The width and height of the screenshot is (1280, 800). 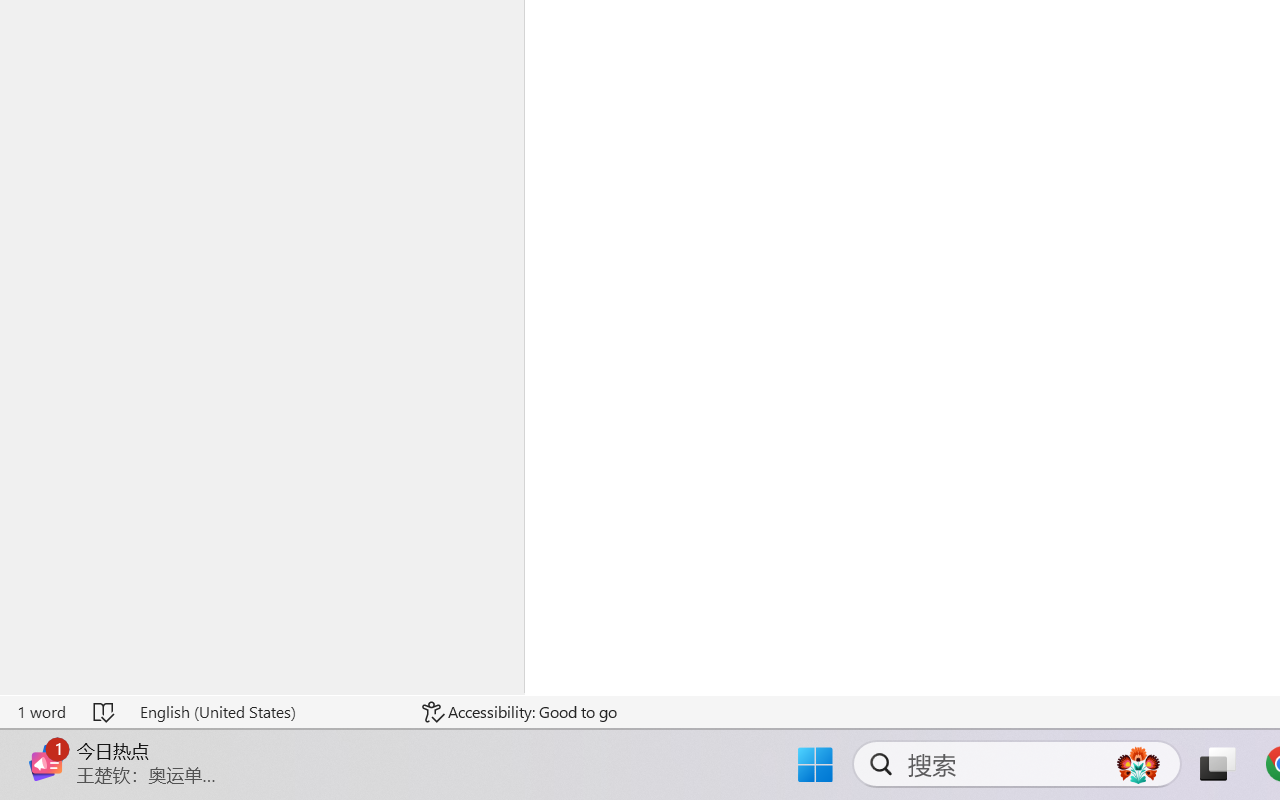 I want to click on 'Word Count 1 word', so click(x=41, y=711).